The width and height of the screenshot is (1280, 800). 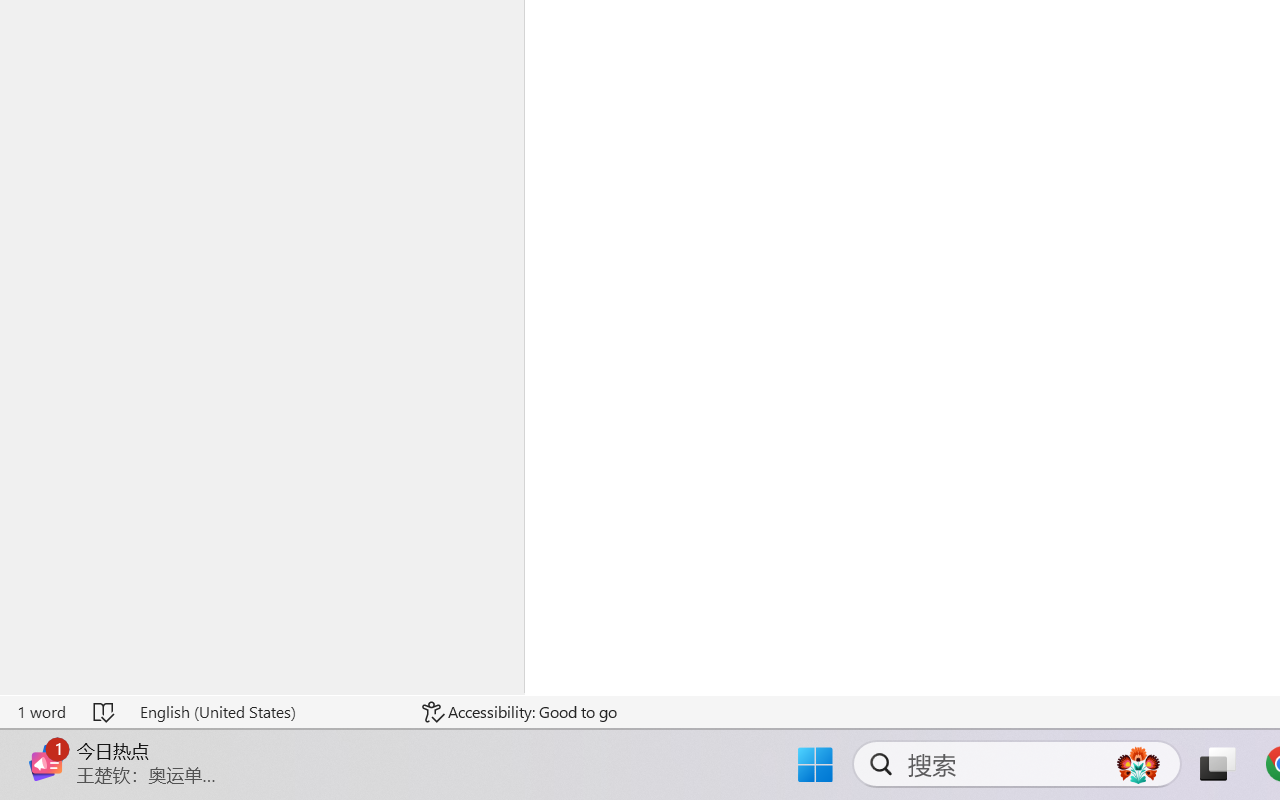 I want to click on 'Word Count 1 word', so click(x=41, y=711).